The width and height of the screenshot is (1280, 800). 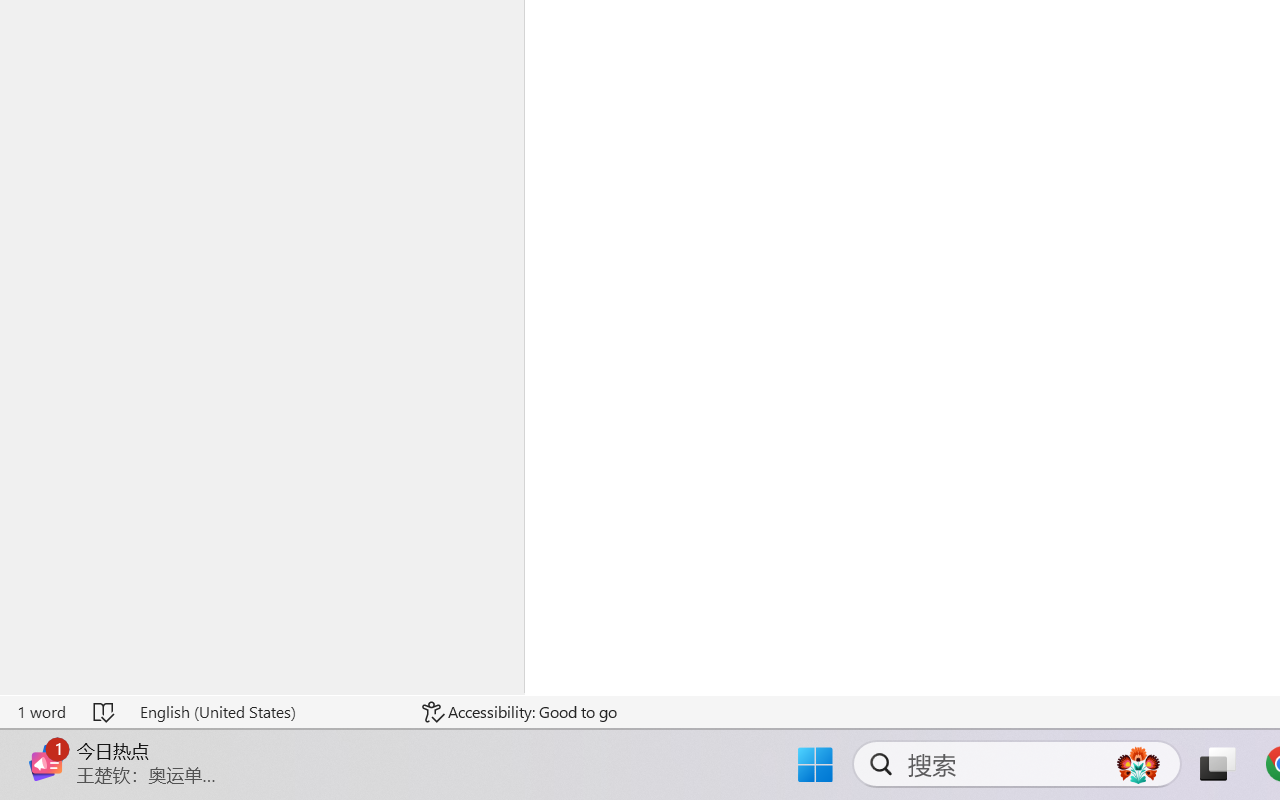 I want to click on 'Word Count 1 word', so click(x=41, y=711).